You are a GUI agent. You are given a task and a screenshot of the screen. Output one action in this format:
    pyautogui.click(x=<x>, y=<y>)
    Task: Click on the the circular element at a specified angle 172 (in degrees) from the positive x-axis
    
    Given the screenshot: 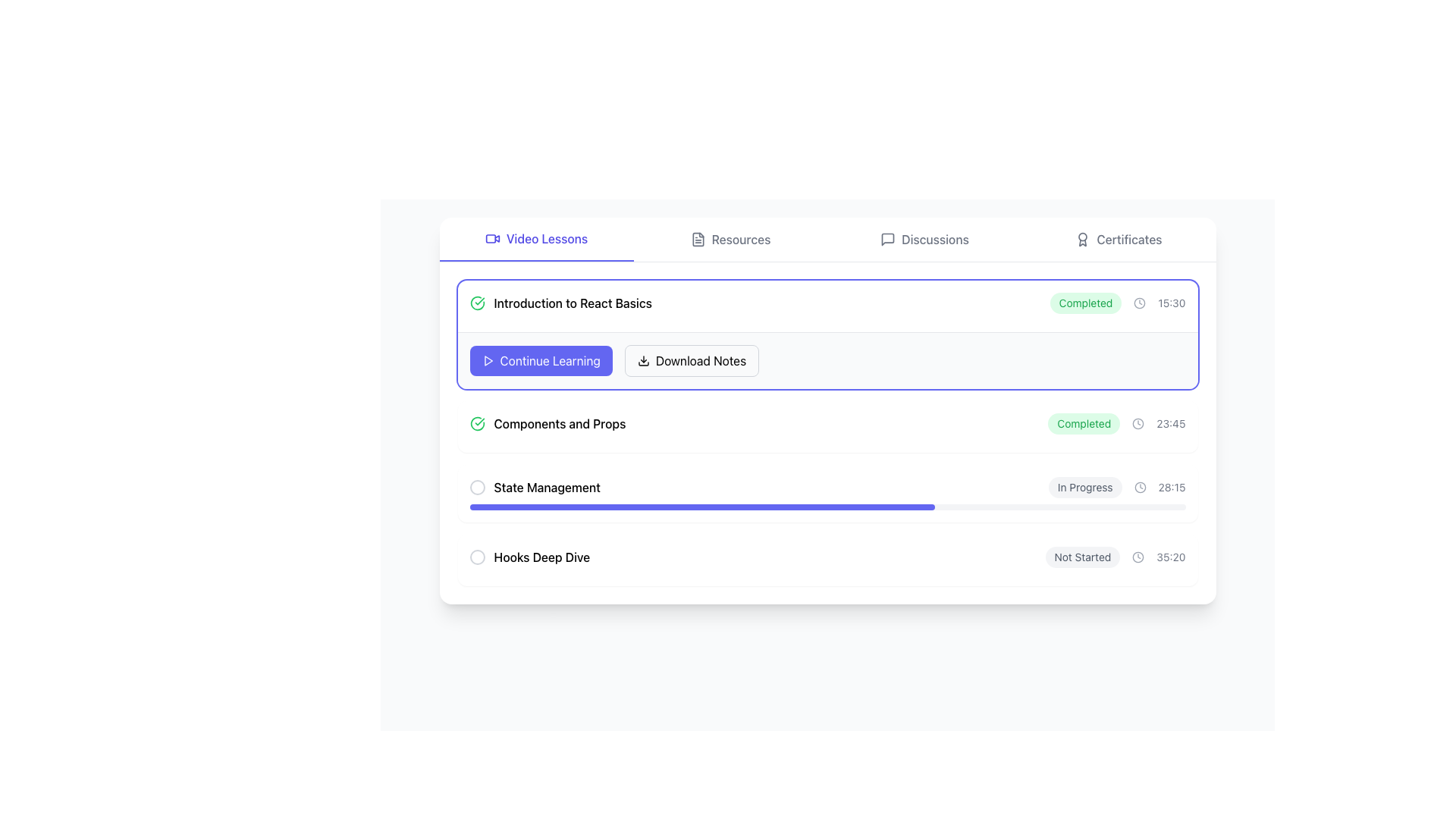 What is the action you would take?
    pyautogui.click(x=1131, y=557)
    